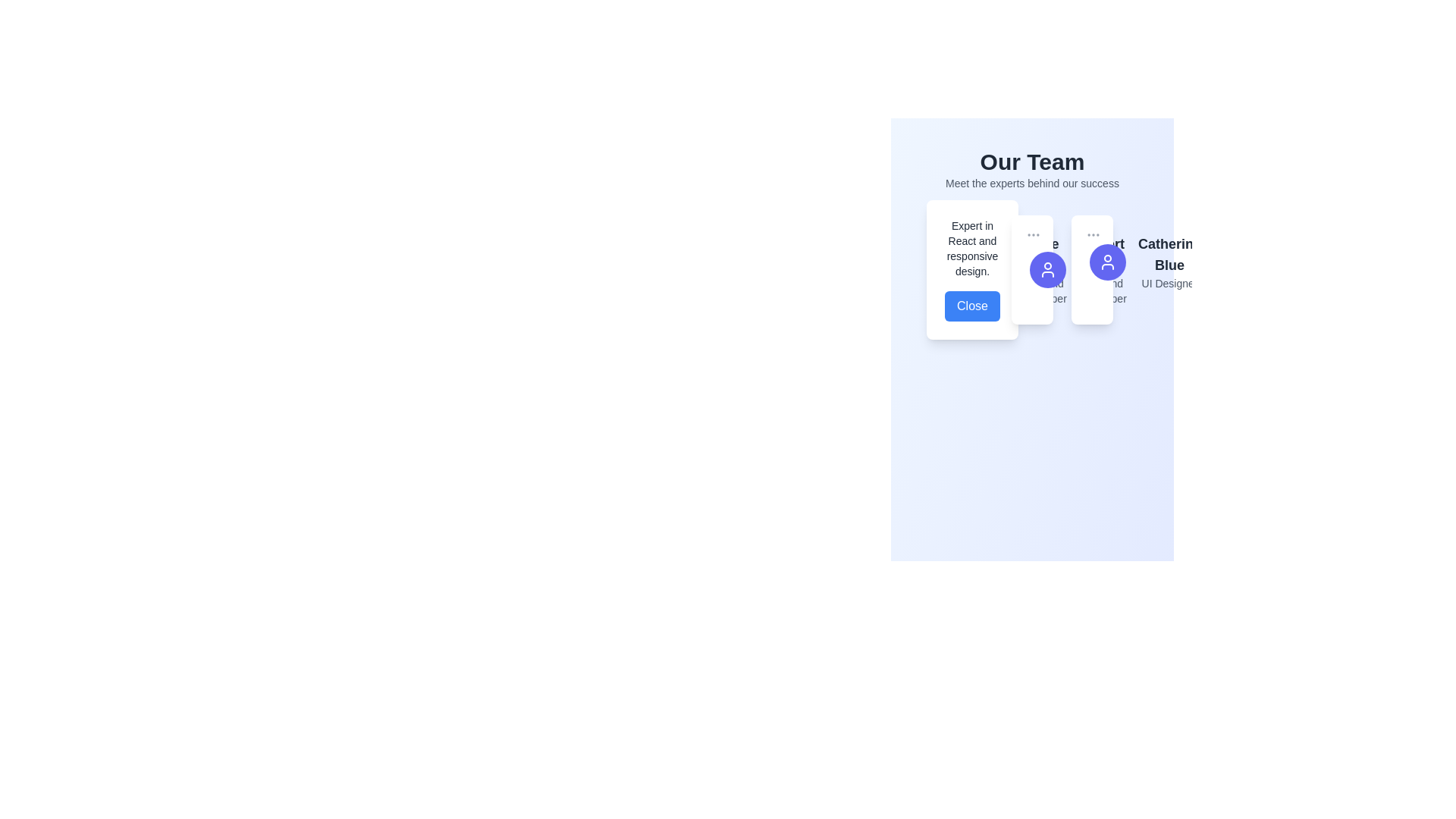 Image resolution: width=1456 pixels, height=819 pixels. What do you see at coordinates (1092, 268) in the screenshot?
I see `the profile icon representing 'Catherine Blue', which is located in the middle of her card and aligned horizontally between 'Robert Brown' and 'Alice Green'` at bounding box center [1092, 268].